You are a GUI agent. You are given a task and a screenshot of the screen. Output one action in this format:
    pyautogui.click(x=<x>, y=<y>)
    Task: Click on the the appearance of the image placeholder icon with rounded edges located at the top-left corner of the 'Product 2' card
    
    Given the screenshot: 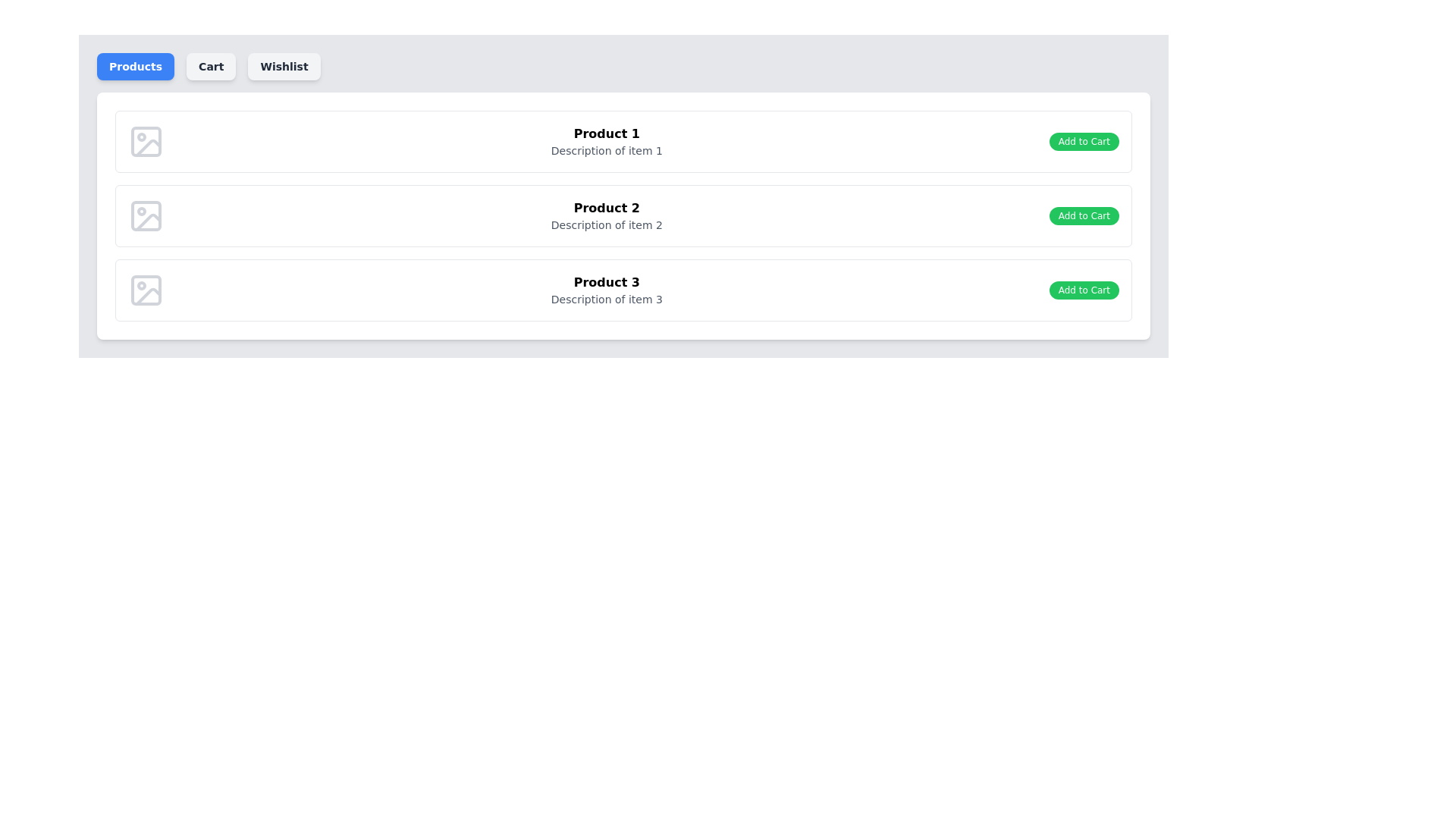 What is the action you would take?
    pyautogui.click(x=146, y=216)
    